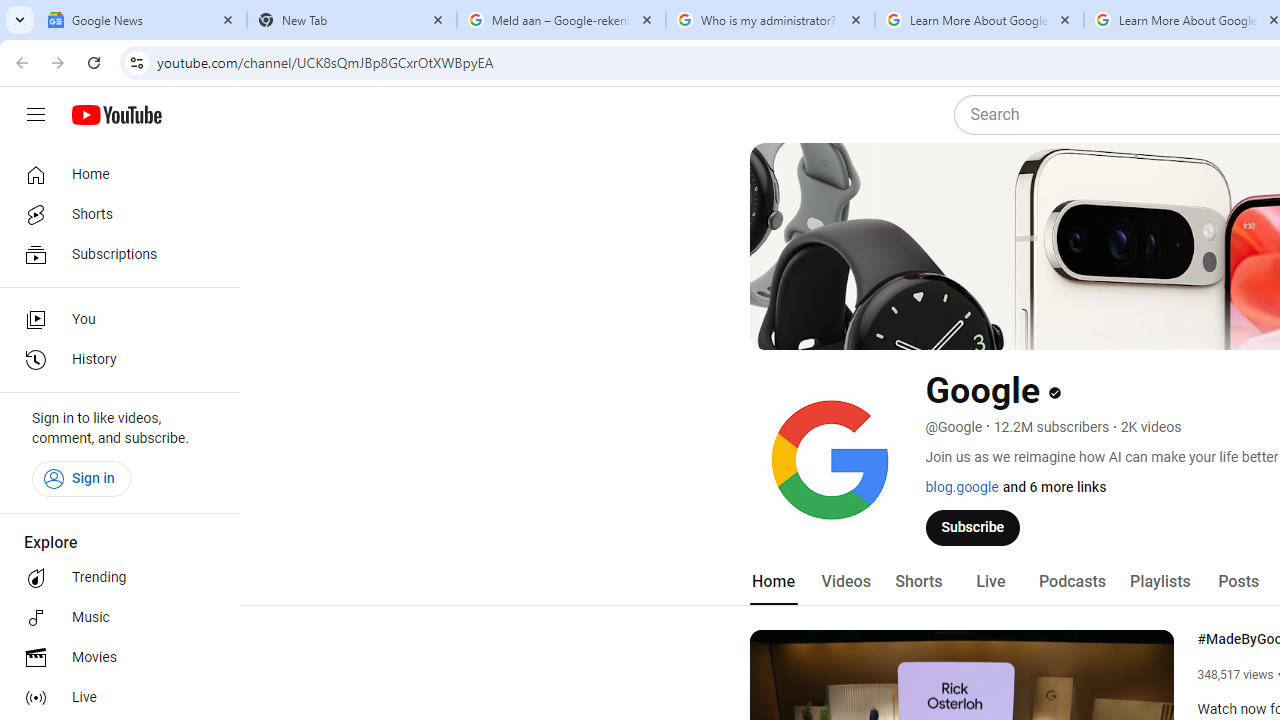 The image size is (1280, 720). What do you see at coordinates (35, 115) in the screenshot?
I see `'Guide'` at bounding box center [35, 115].